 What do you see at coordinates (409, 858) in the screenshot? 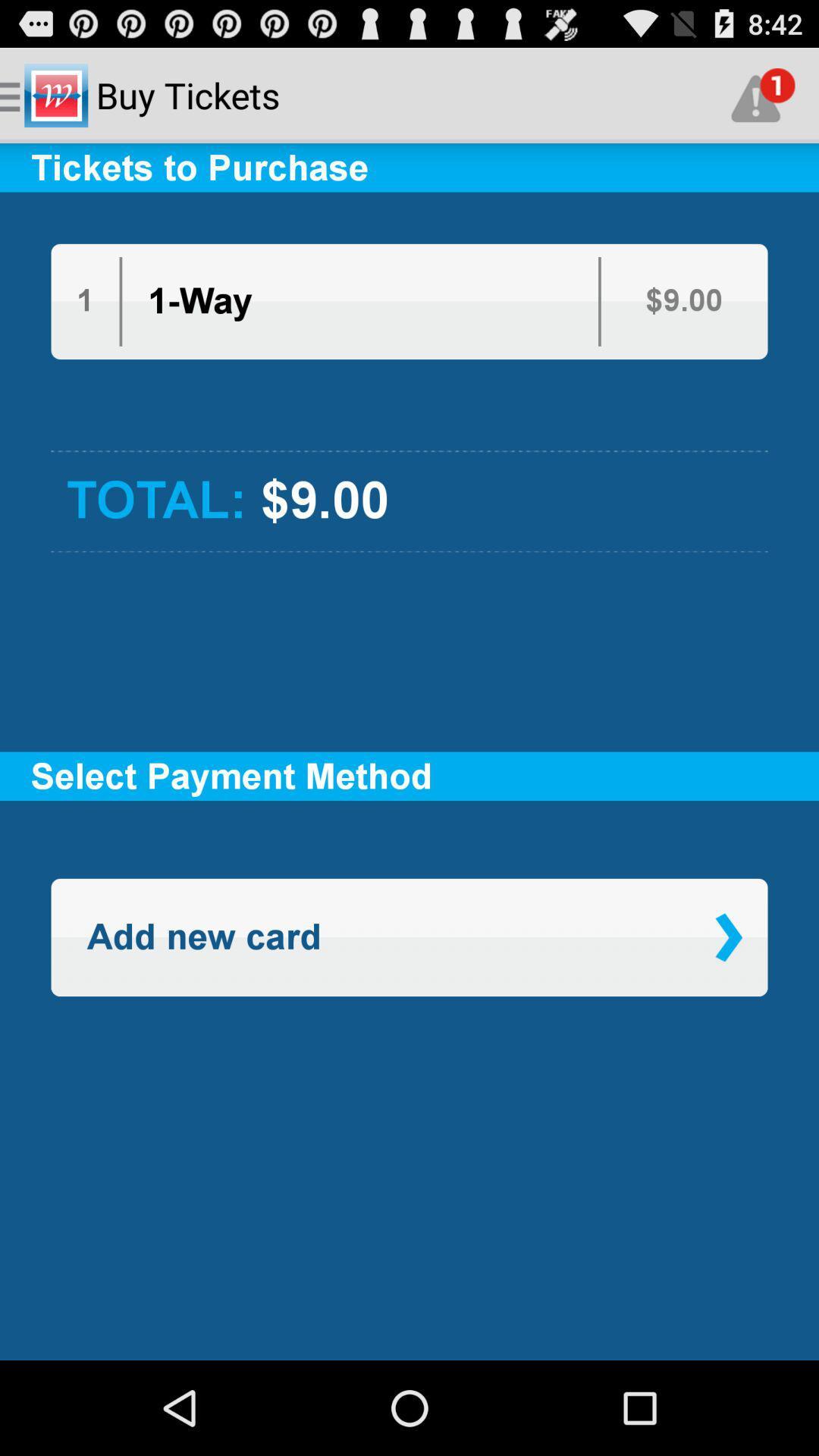
I see `the icon above the add new card app` at bounding box center [409, 858].